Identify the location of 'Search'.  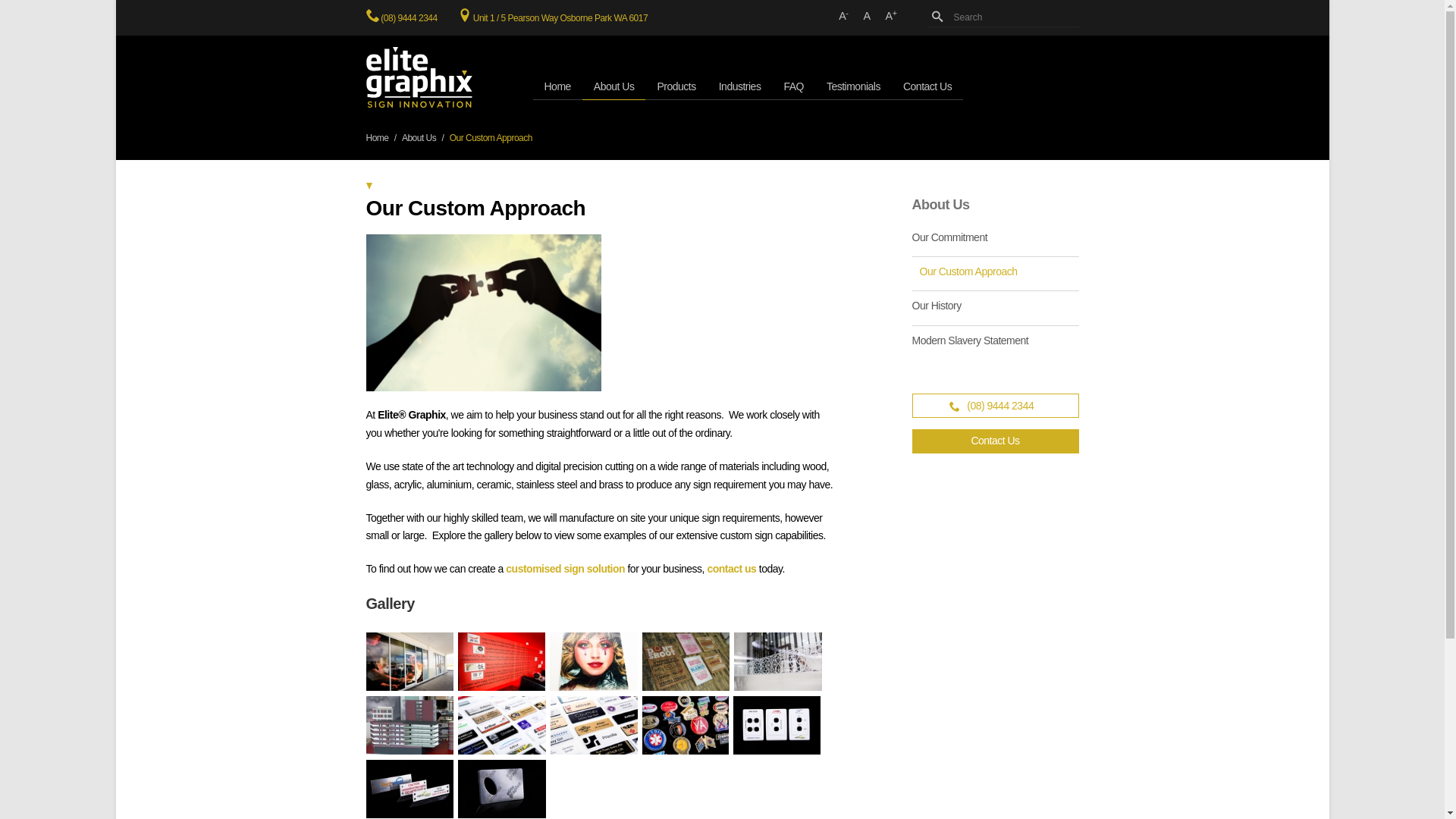
(1002, 17).